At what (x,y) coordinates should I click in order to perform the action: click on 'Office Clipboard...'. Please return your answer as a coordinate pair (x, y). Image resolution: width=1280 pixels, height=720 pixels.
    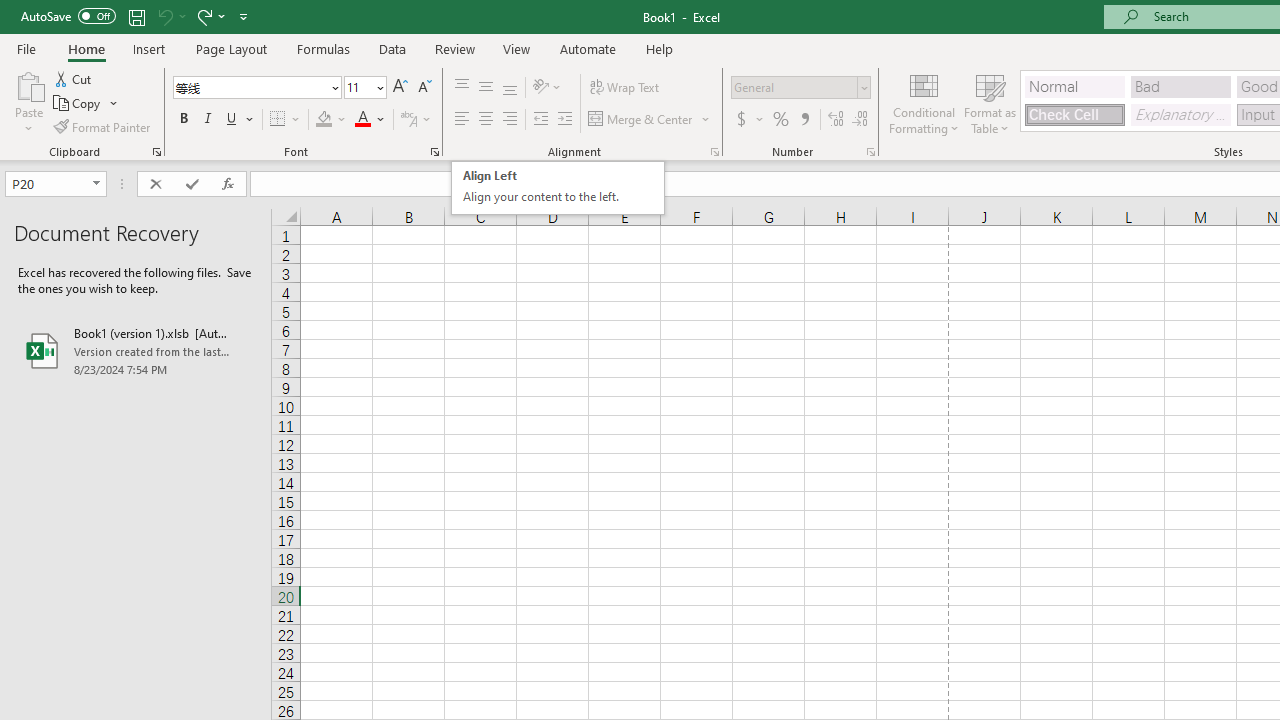
    Looking at the image, I should click on (155, 150).